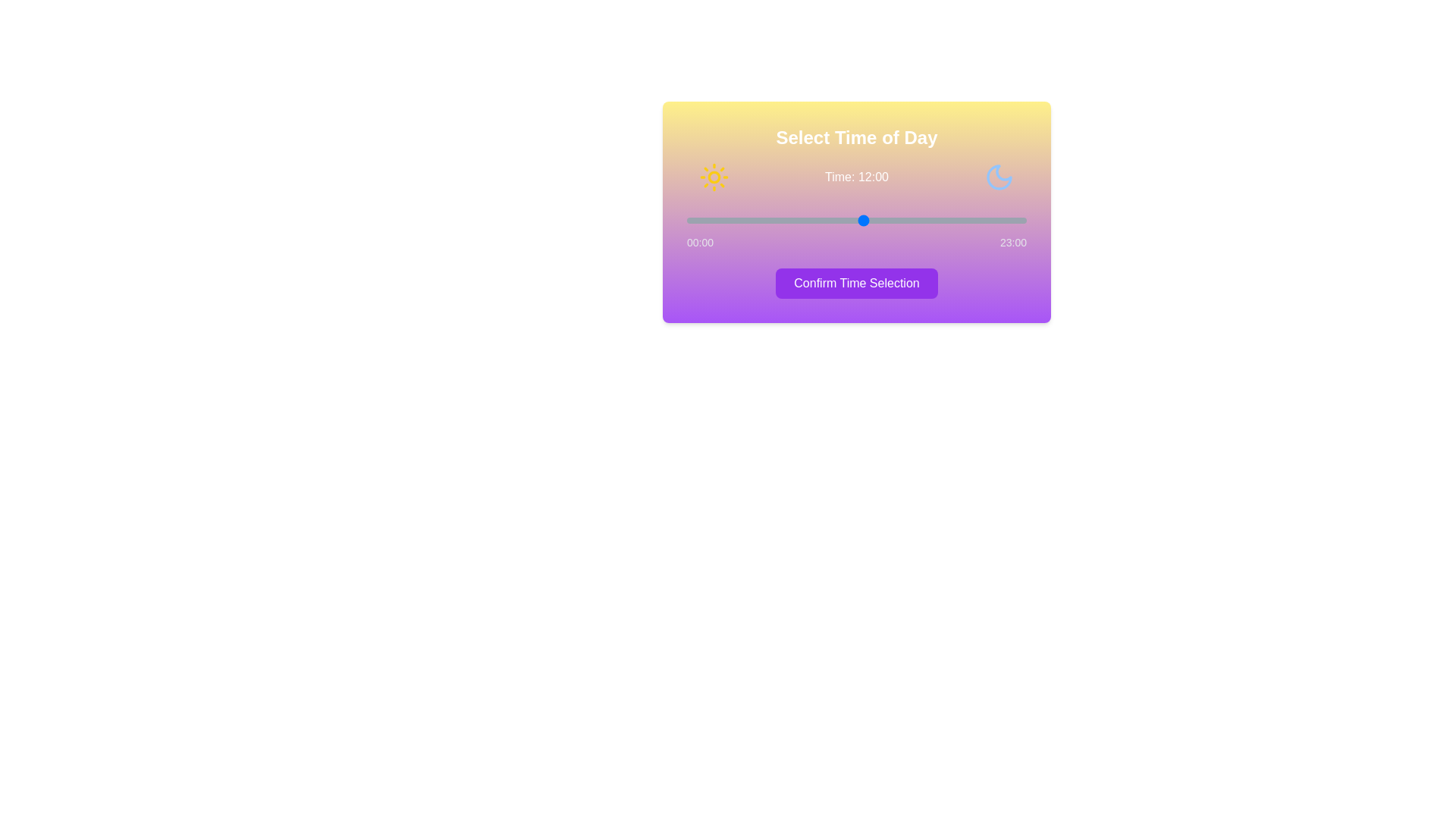 Image resolution: width=1456 pixels, height=819 pixels. I want to click on the time slider to set the time to 10, so click(833, 220).